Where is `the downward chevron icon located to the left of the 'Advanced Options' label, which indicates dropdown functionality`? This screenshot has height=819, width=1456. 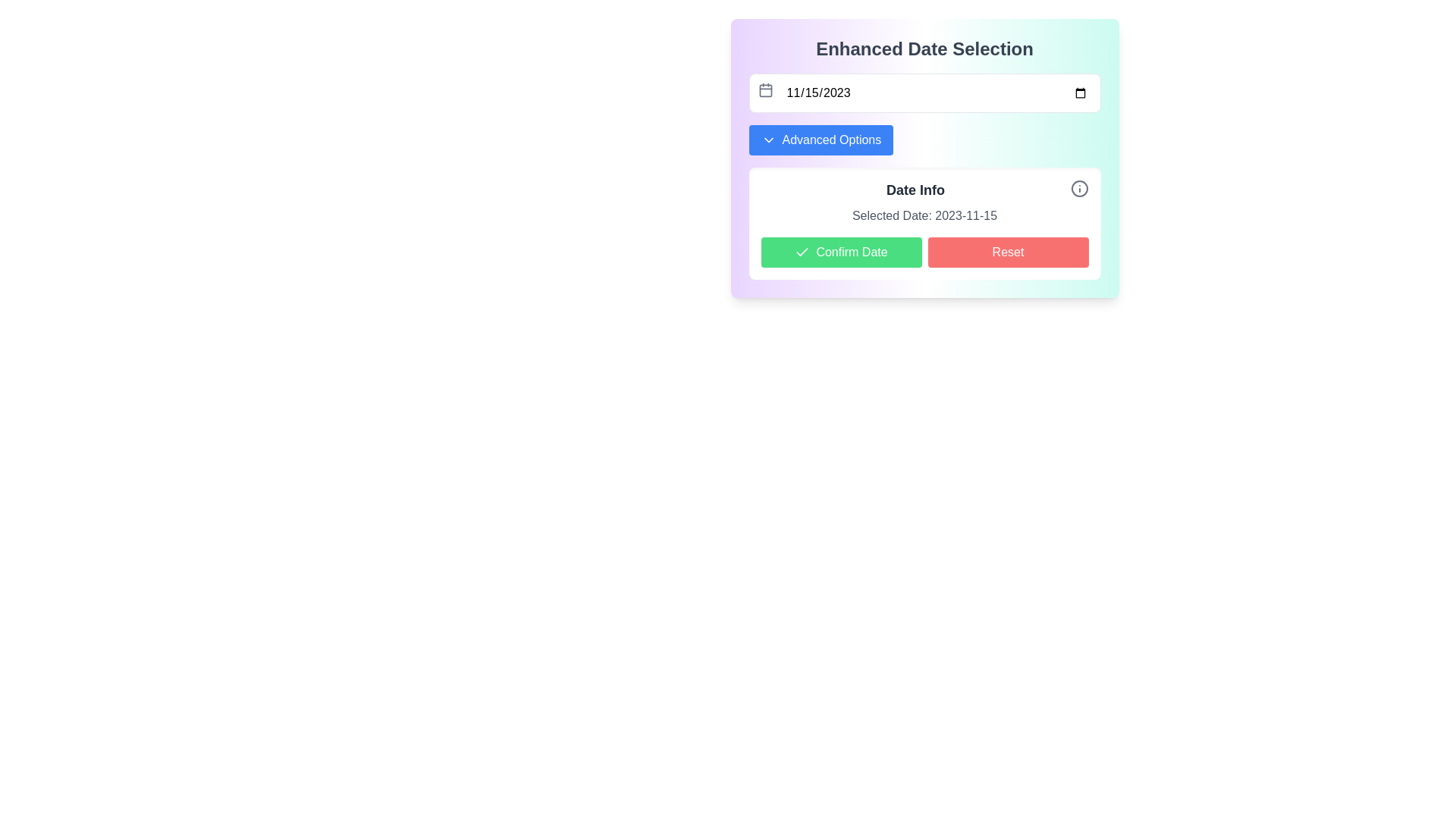 the downward chevron icon located to the left of the 'Advanced Options' label, which indicates dropdown functionality is located at coordinates (768, 140).